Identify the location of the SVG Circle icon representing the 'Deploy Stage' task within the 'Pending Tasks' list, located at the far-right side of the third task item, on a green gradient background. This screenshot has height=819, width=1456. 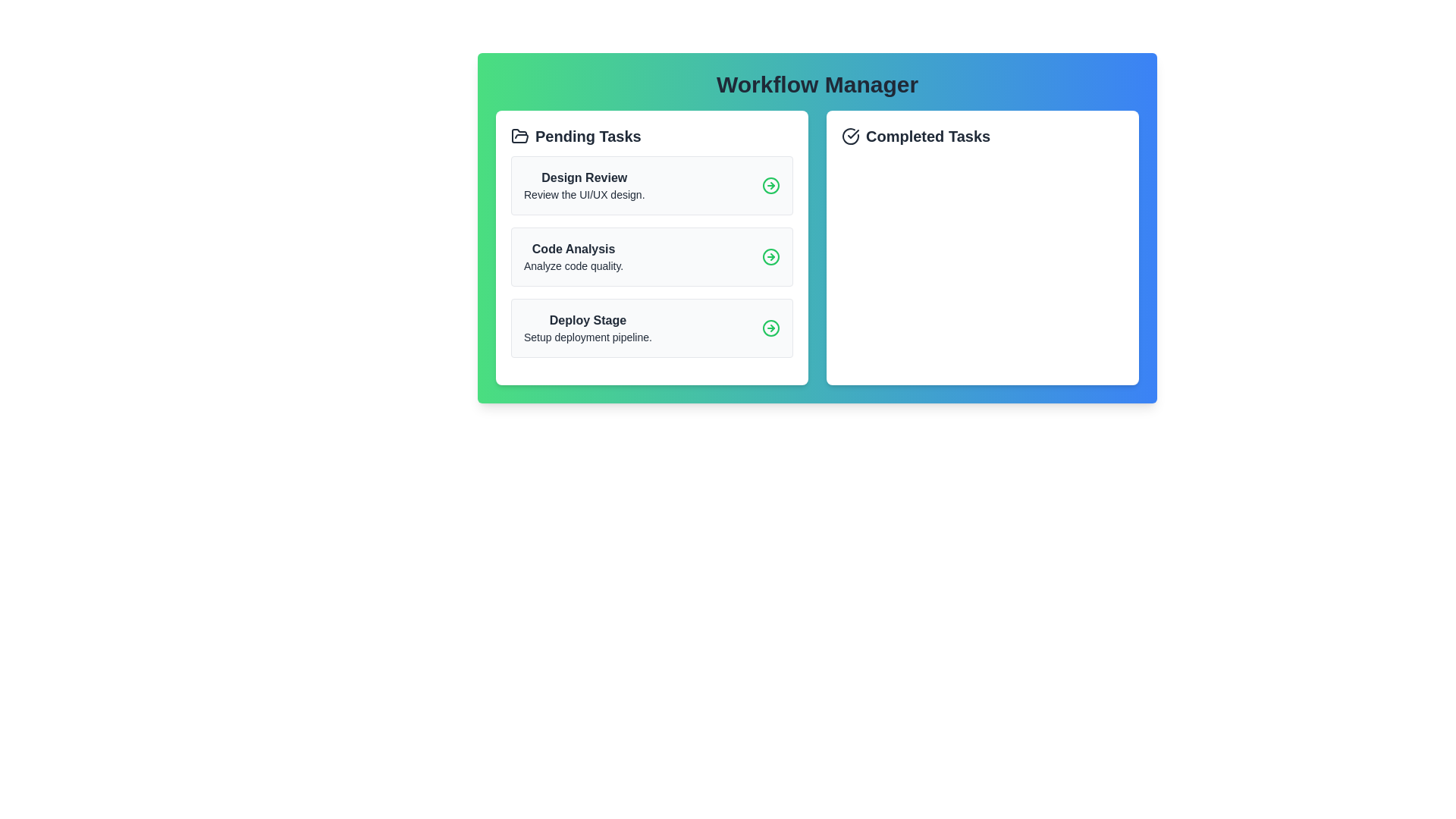
(771, 327).